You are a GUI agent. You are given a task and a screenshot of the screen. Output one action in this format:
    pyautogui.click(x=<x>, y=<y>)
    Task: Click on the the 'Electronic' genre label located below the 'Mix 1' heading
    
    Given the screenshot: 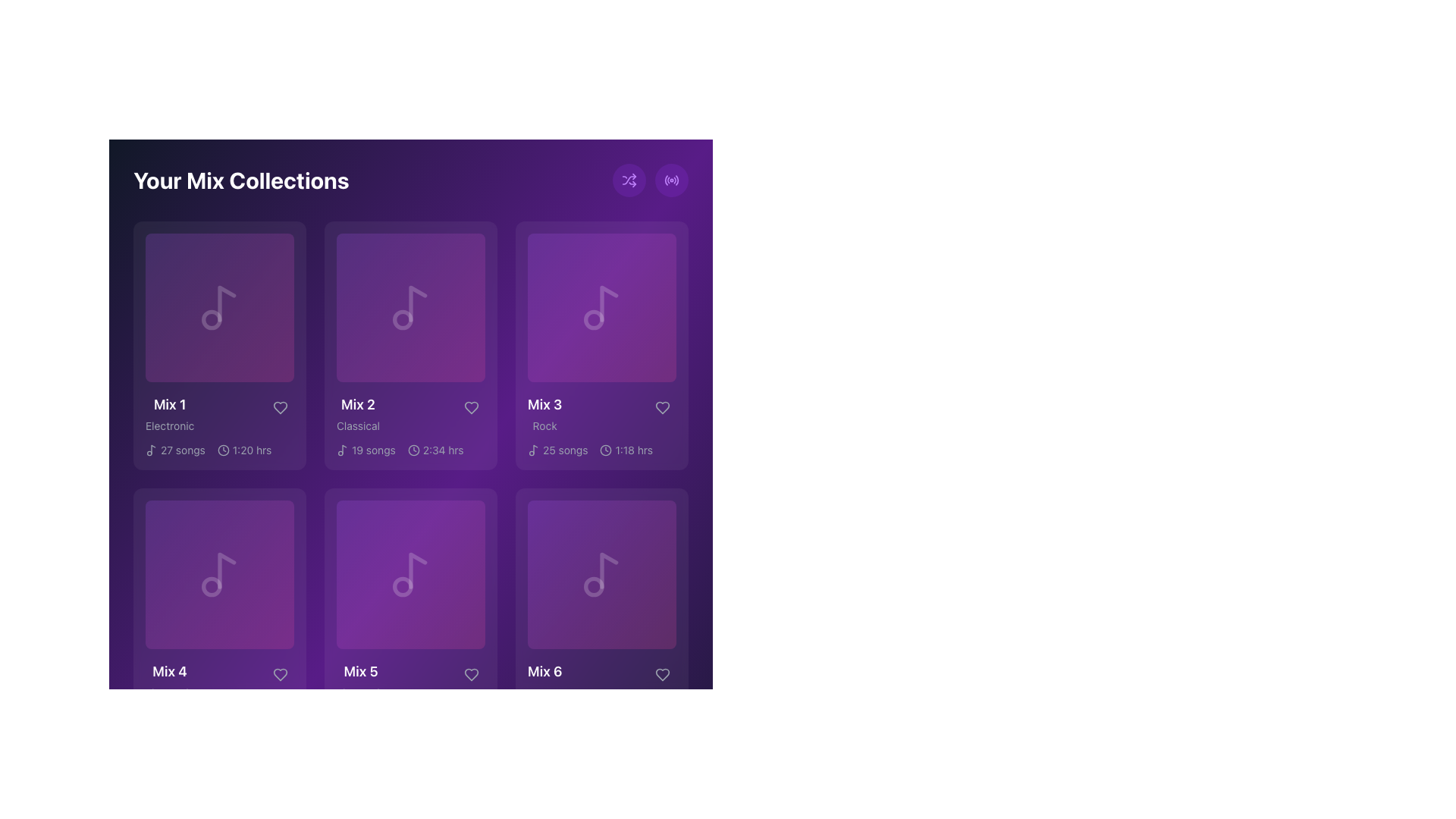 What is the action you would take?
    pyautogui.click(x=170, y=426)
    